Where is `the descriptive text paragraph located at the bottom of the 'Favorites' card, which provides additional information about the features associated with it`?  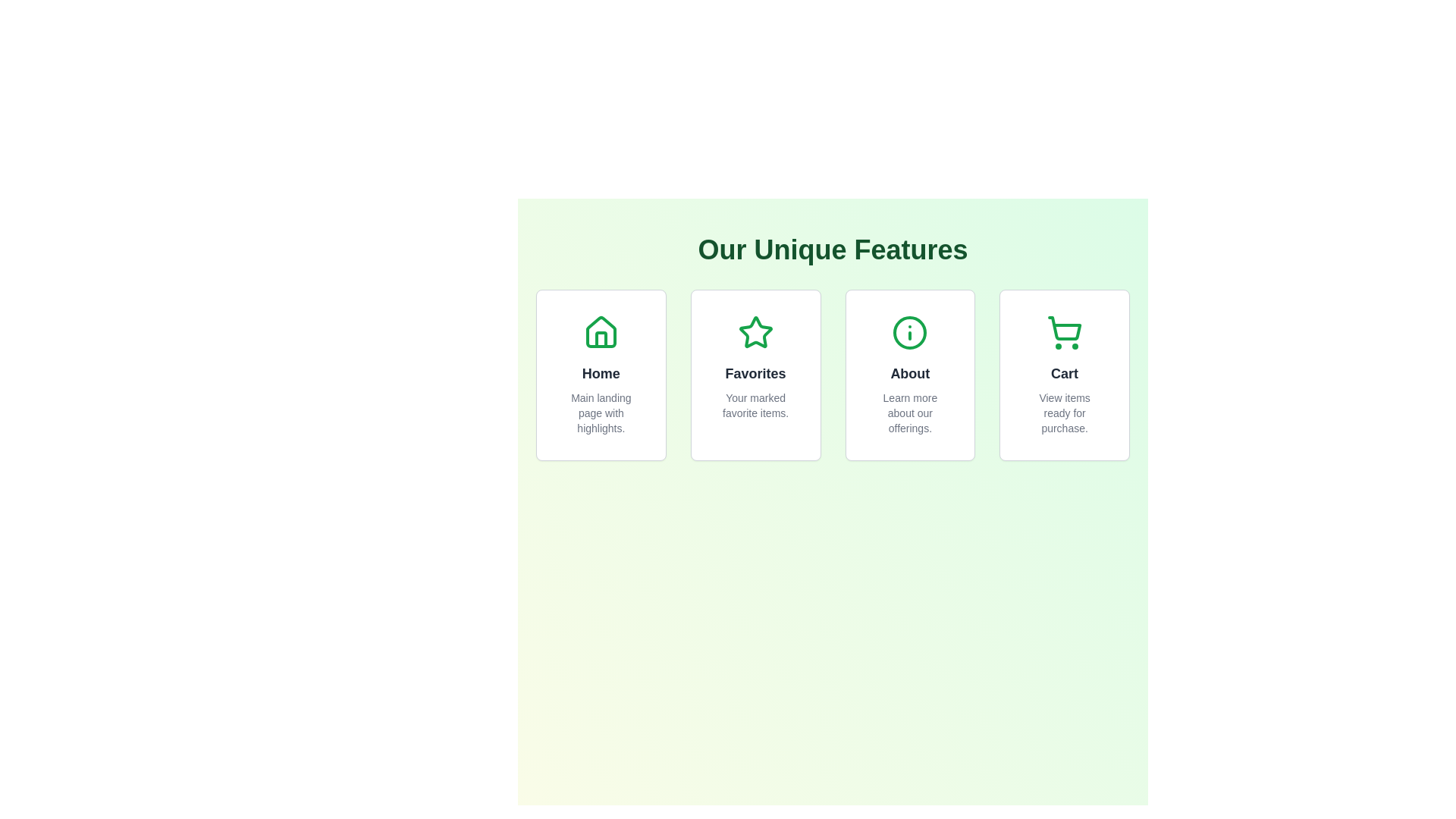 the descriptive text paragraph located at the bottom of the 'Favorites' card, which provides additional information about the features associated with it is located at coordinates (755, 405).